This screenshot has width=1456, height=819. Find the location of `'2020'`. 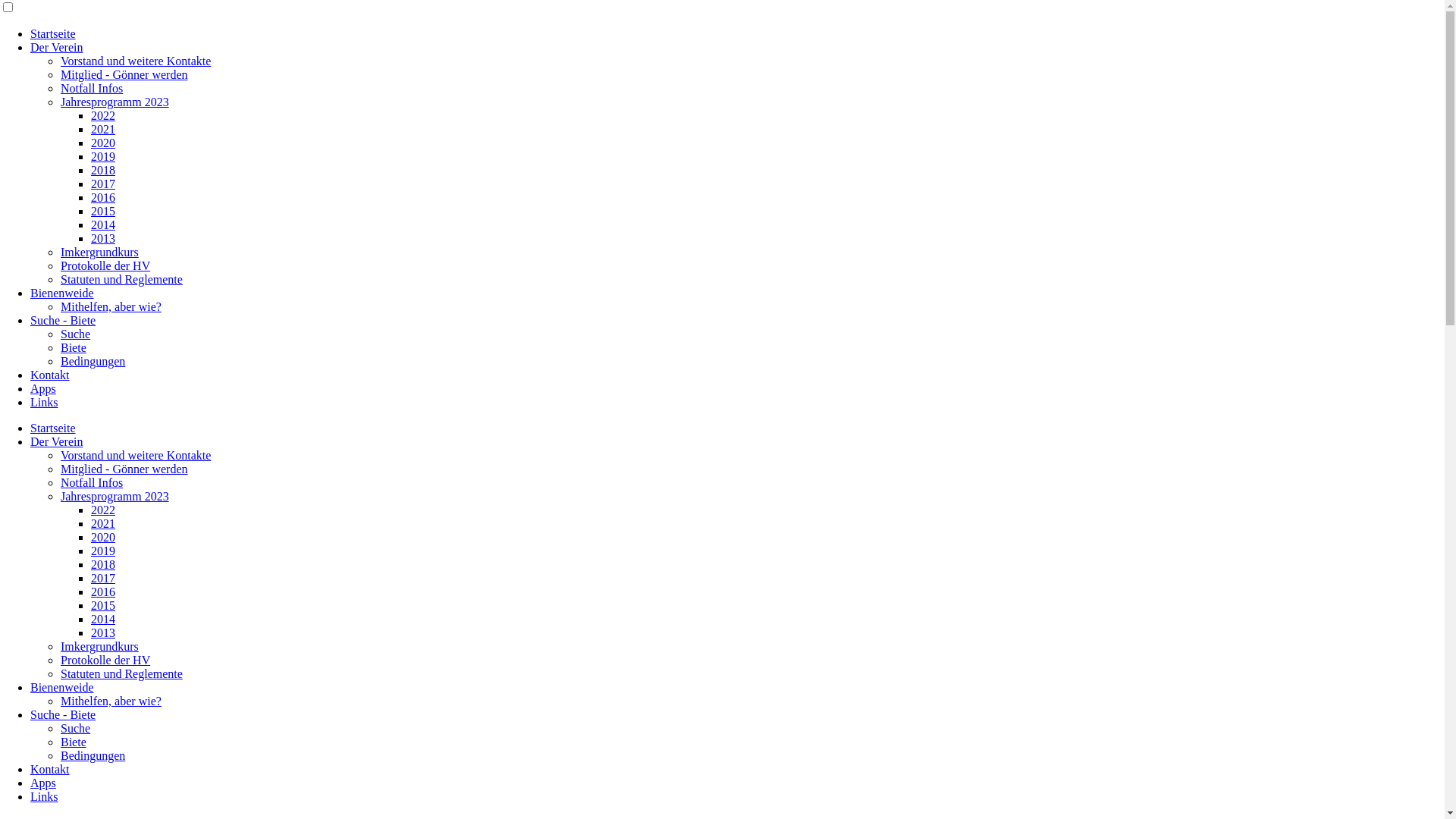

'2020' is located at coordinates (102, 536).